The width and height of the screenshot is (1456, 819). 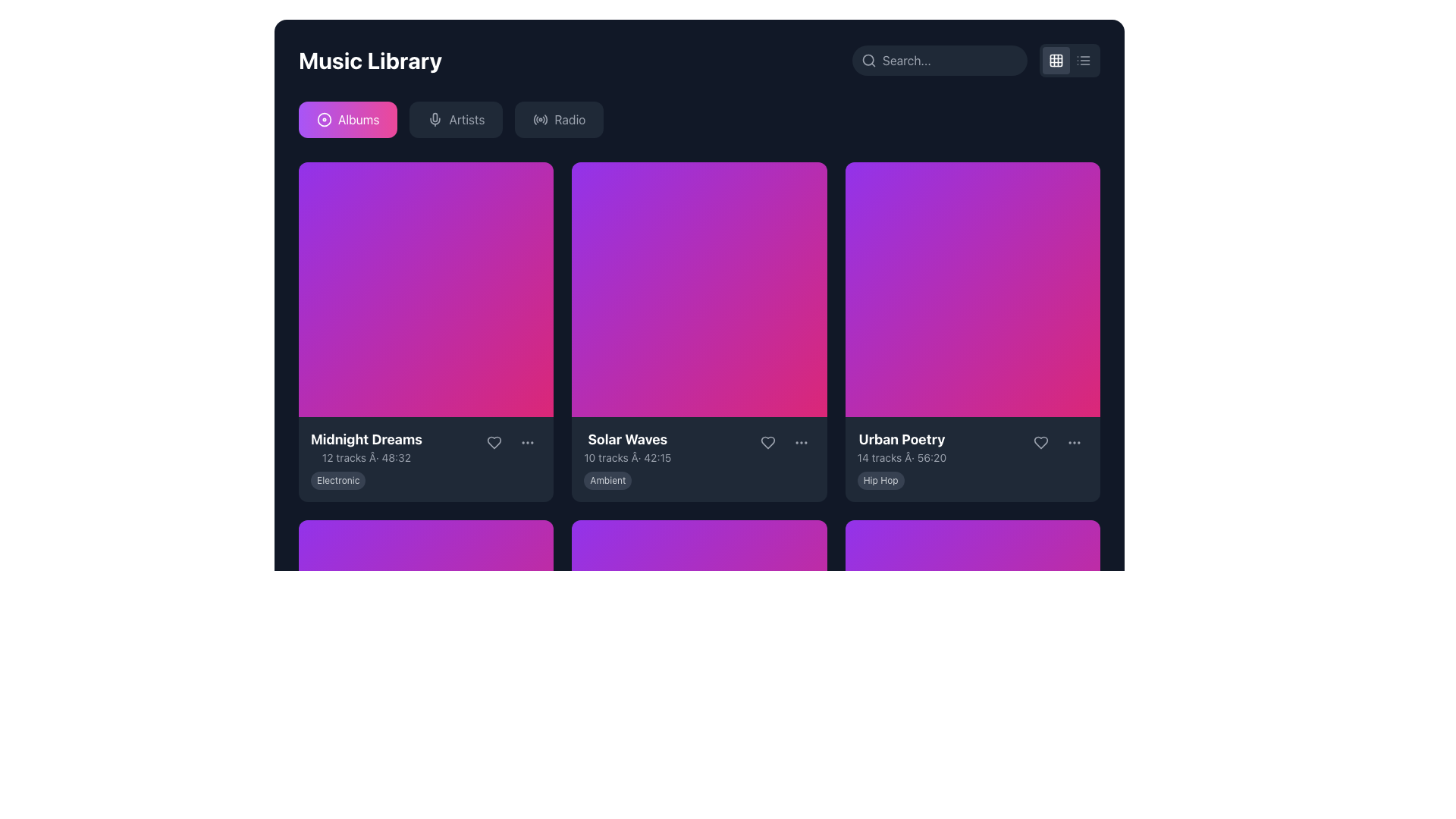 I want to click on the heart-shaped icon located at the bottom right corner of the 'Solar Waves' album card, so click(x=767, y=443).